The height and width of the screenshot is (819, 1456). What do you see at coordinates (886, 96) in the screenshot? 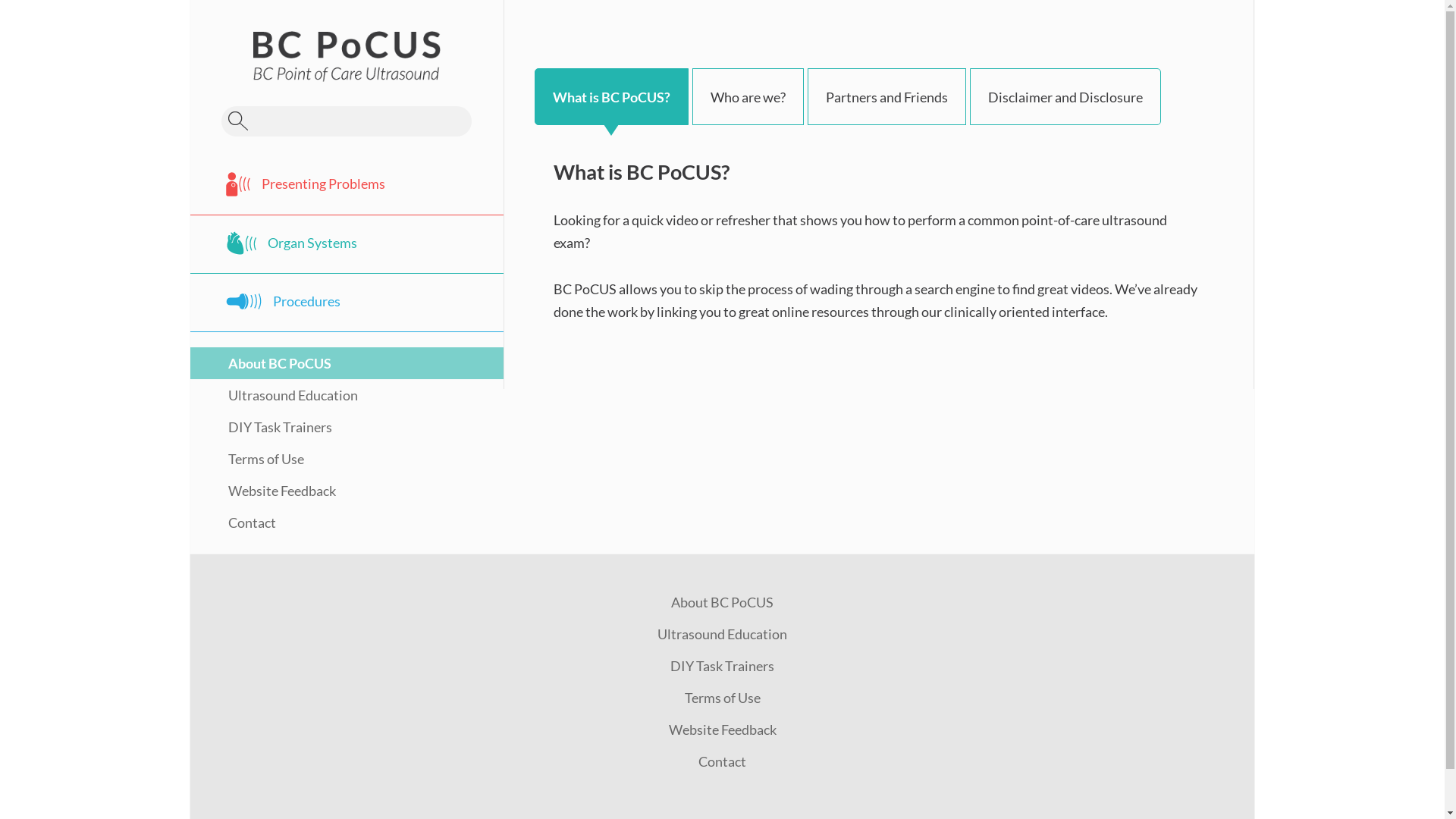
I see `'Partners and Friends'` at bounding box center [886, 96].